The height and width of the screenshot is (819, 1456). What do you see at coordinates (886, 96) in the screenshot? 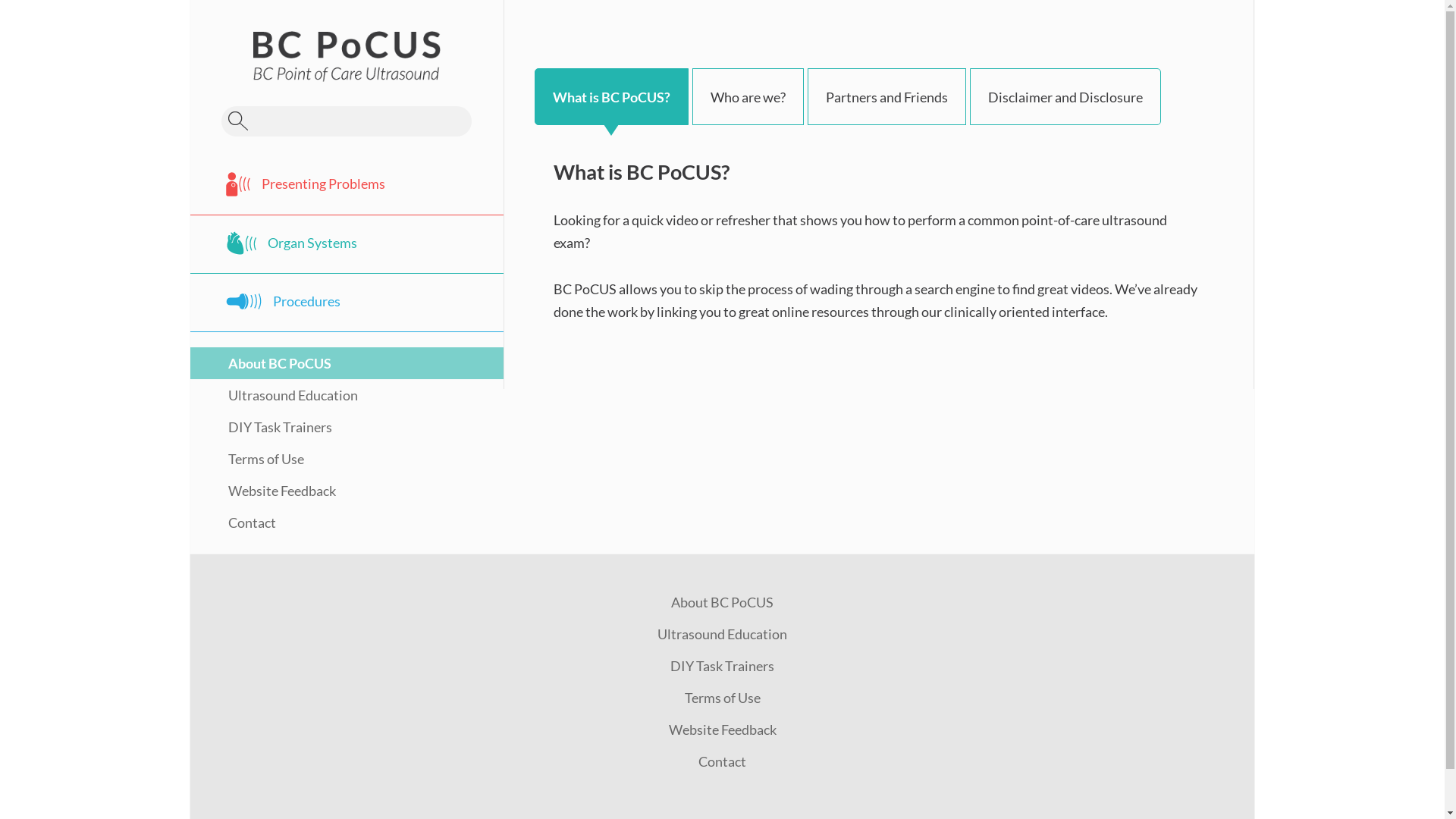
I see `'Partners and Friends'` at bounding box center [886, 96].